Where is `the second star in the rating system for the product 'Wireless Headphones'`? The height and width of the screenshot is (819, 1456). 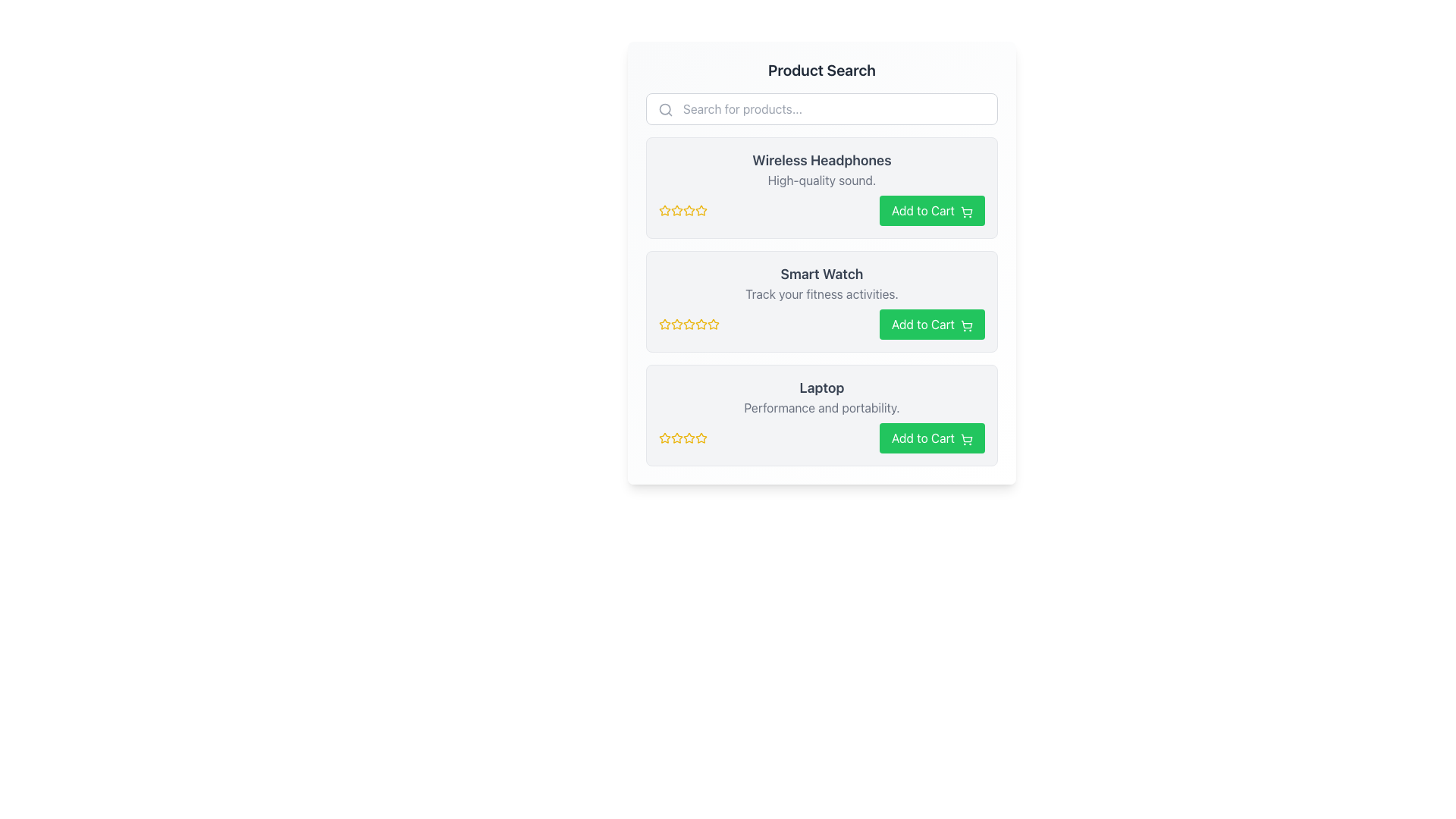 the second star in the rating system for the product 'Wireless Headphones' is located at coordinates (676, 210).